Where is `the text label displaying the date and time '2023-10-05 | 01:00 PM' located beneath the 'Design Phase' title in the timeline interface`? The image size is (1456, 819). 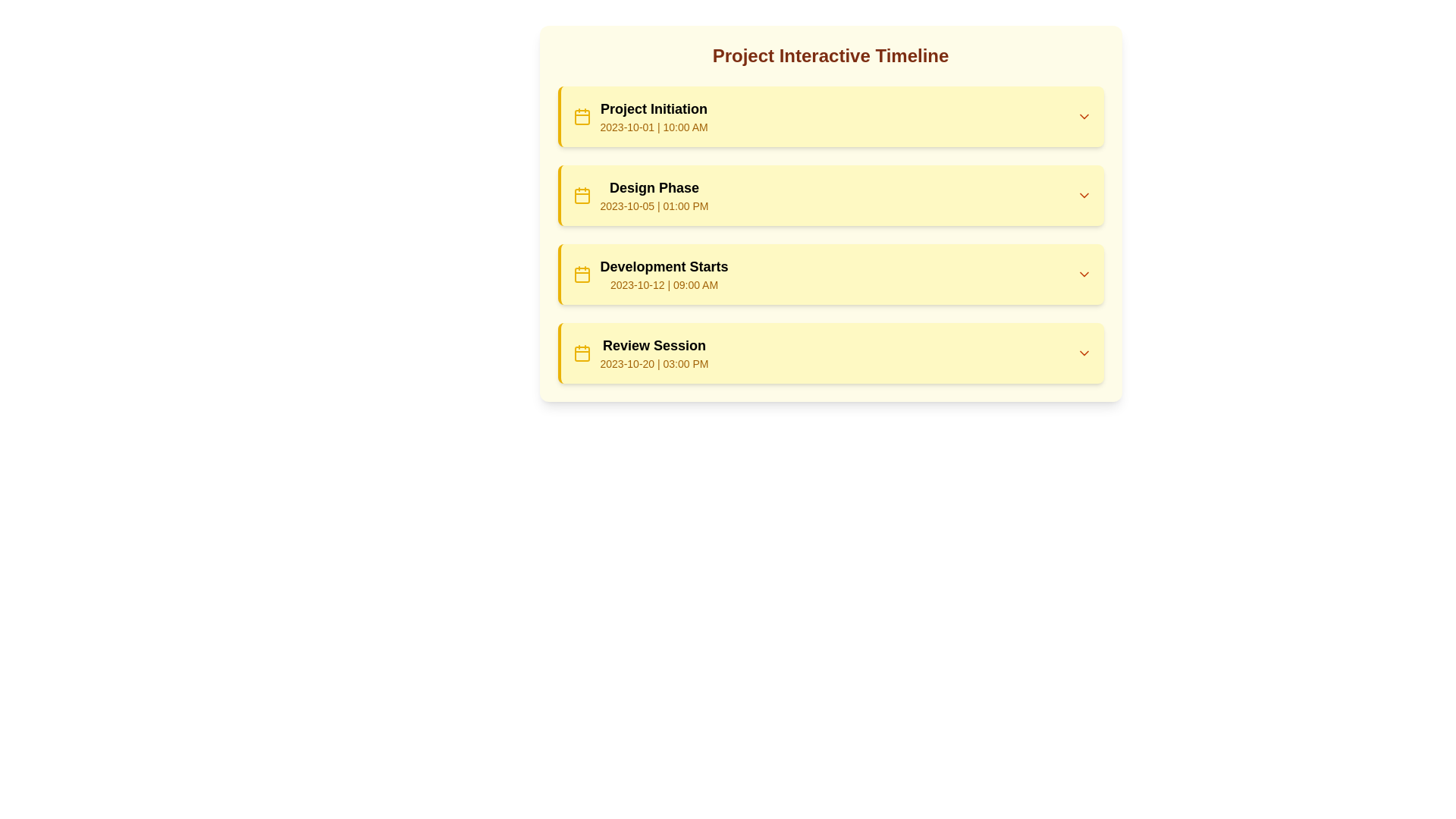 the text label displaying the date and time '2023-10-05 | 01:00 PM' located beneath the 'Design Phase' title in the timeline interface is located at coordinates (654, 206).